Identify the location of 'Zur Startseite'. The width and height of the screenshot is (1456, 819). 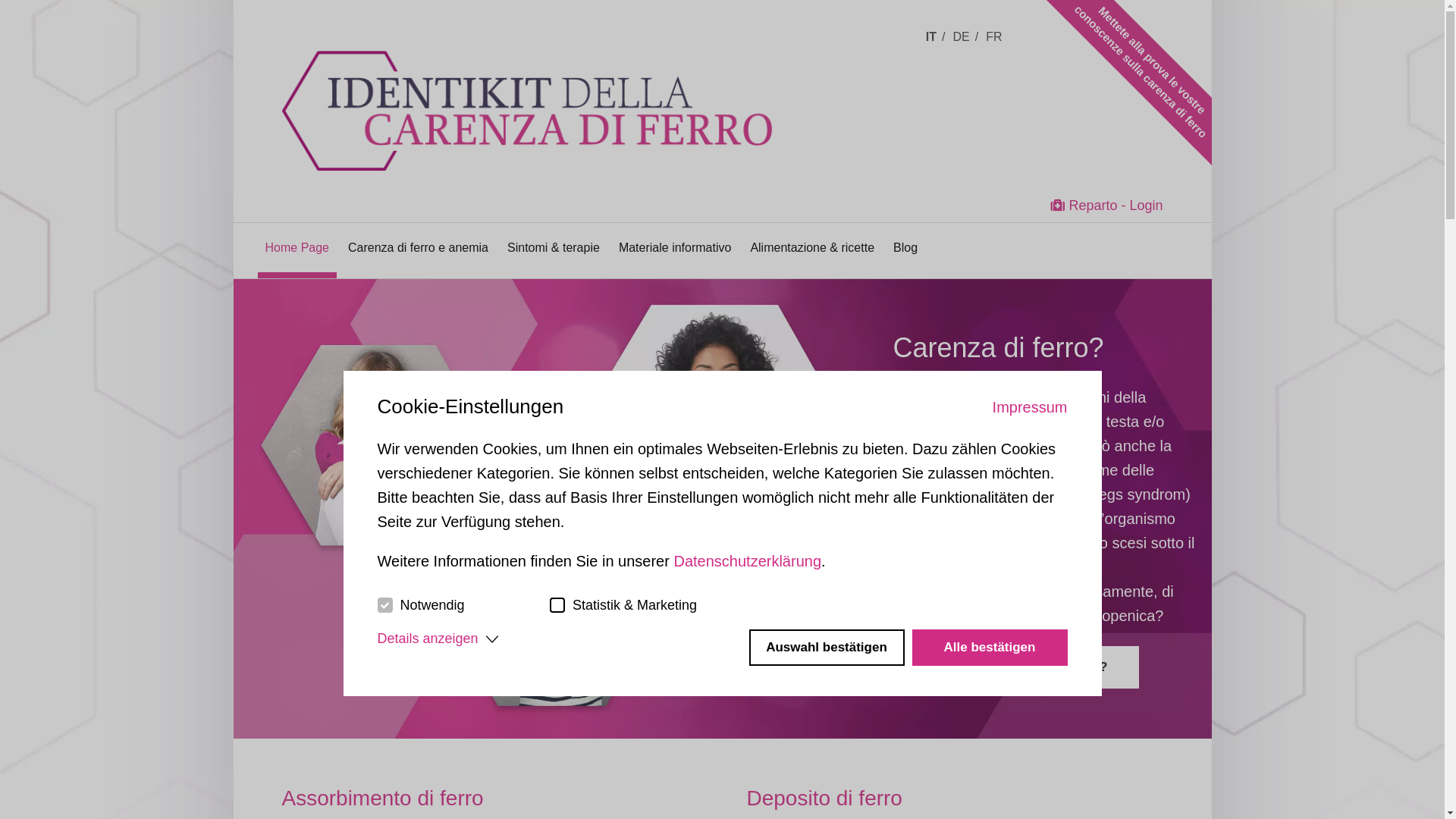
(559, 85).